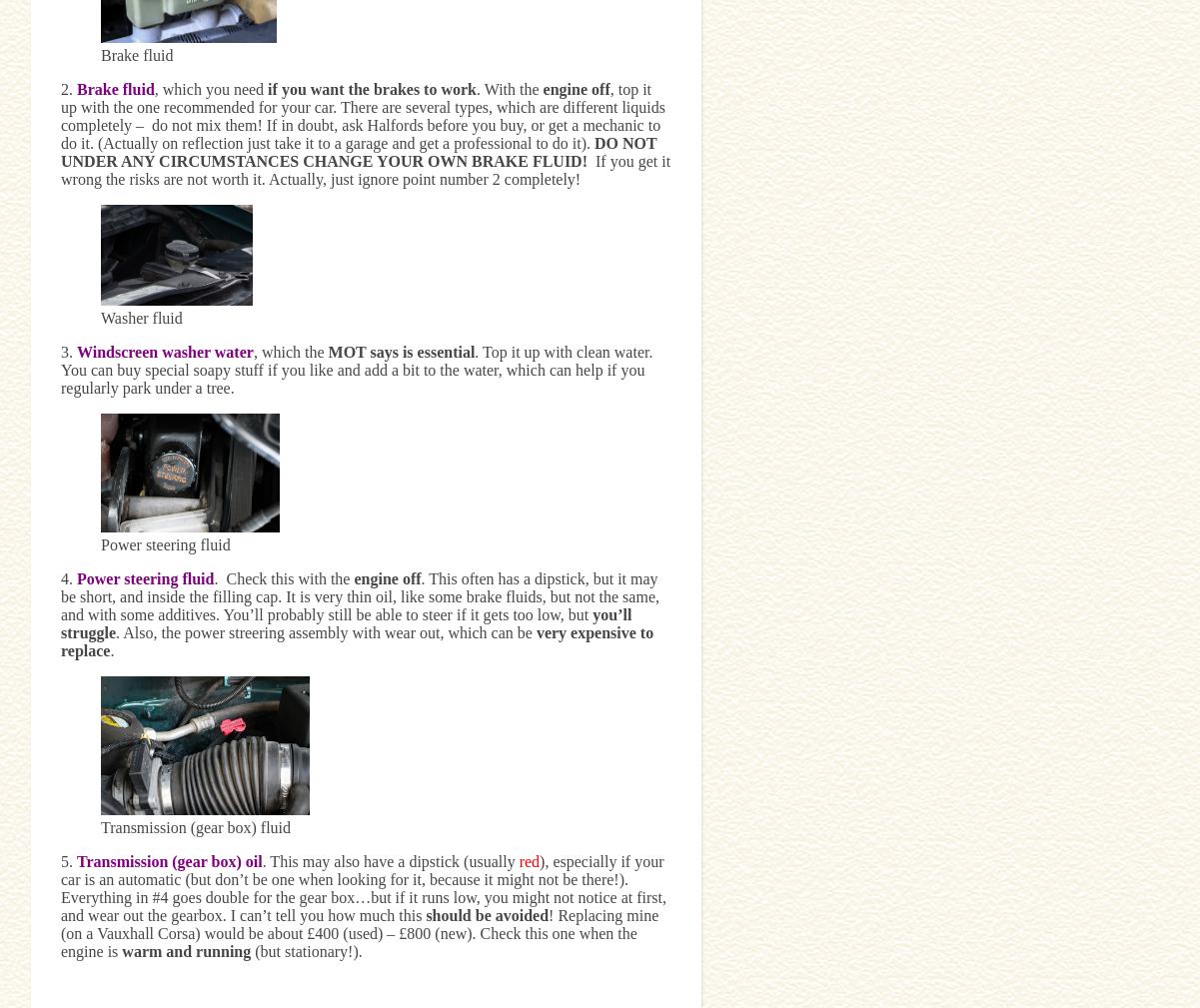 Image resolution: width=1200 pixels, height=1008 pixels. What do you see at coordinates (186, 950) in the screenshot?
I see `'warm and running'` at bounding box center [186, 950].